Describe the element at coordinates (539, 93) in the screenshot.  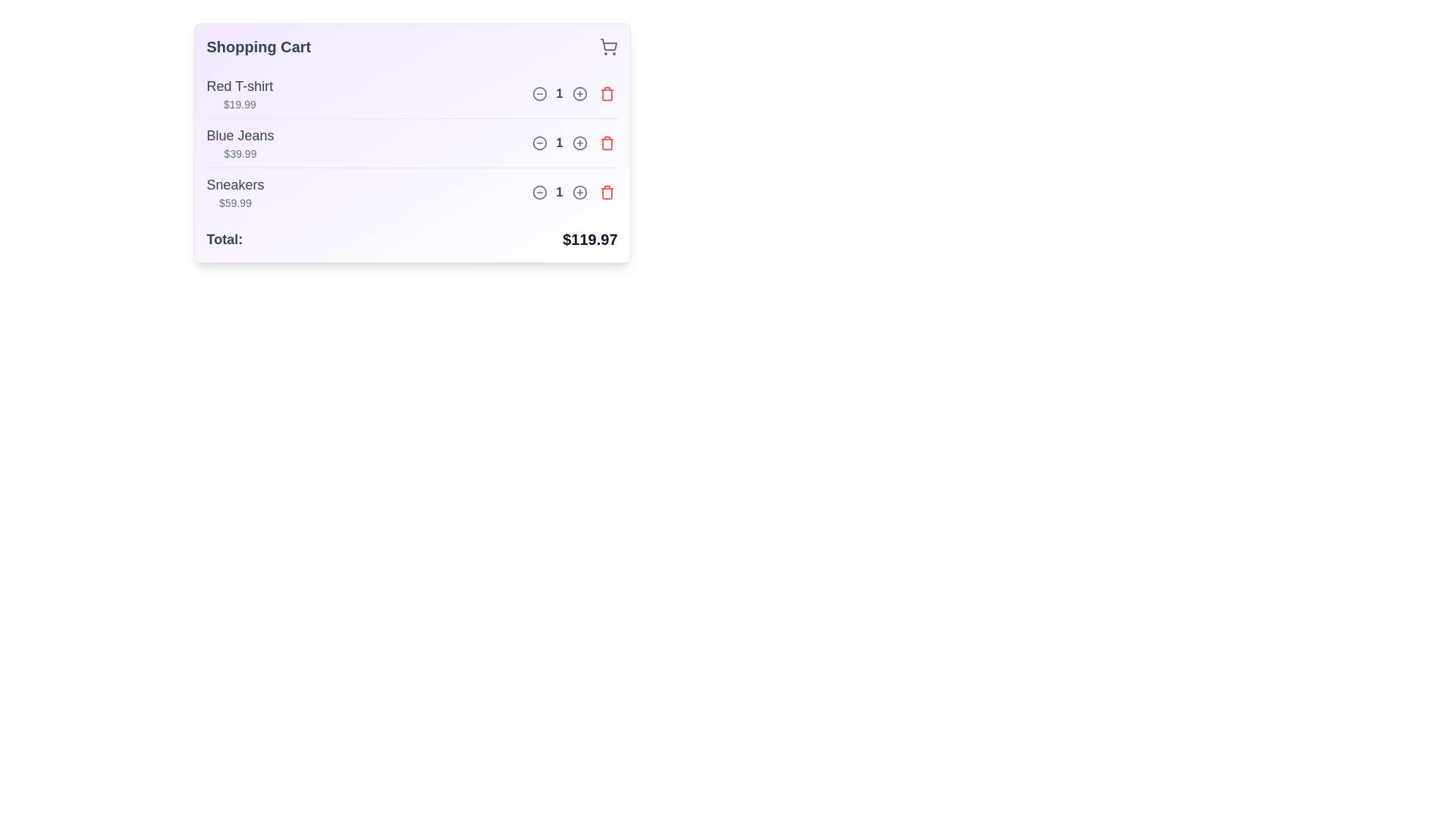
I see `the circular gray decrement button with a minus symbol (-) located to the left of the numeral '1' for 'Red T-shirt' in the shopping cart` at that location.